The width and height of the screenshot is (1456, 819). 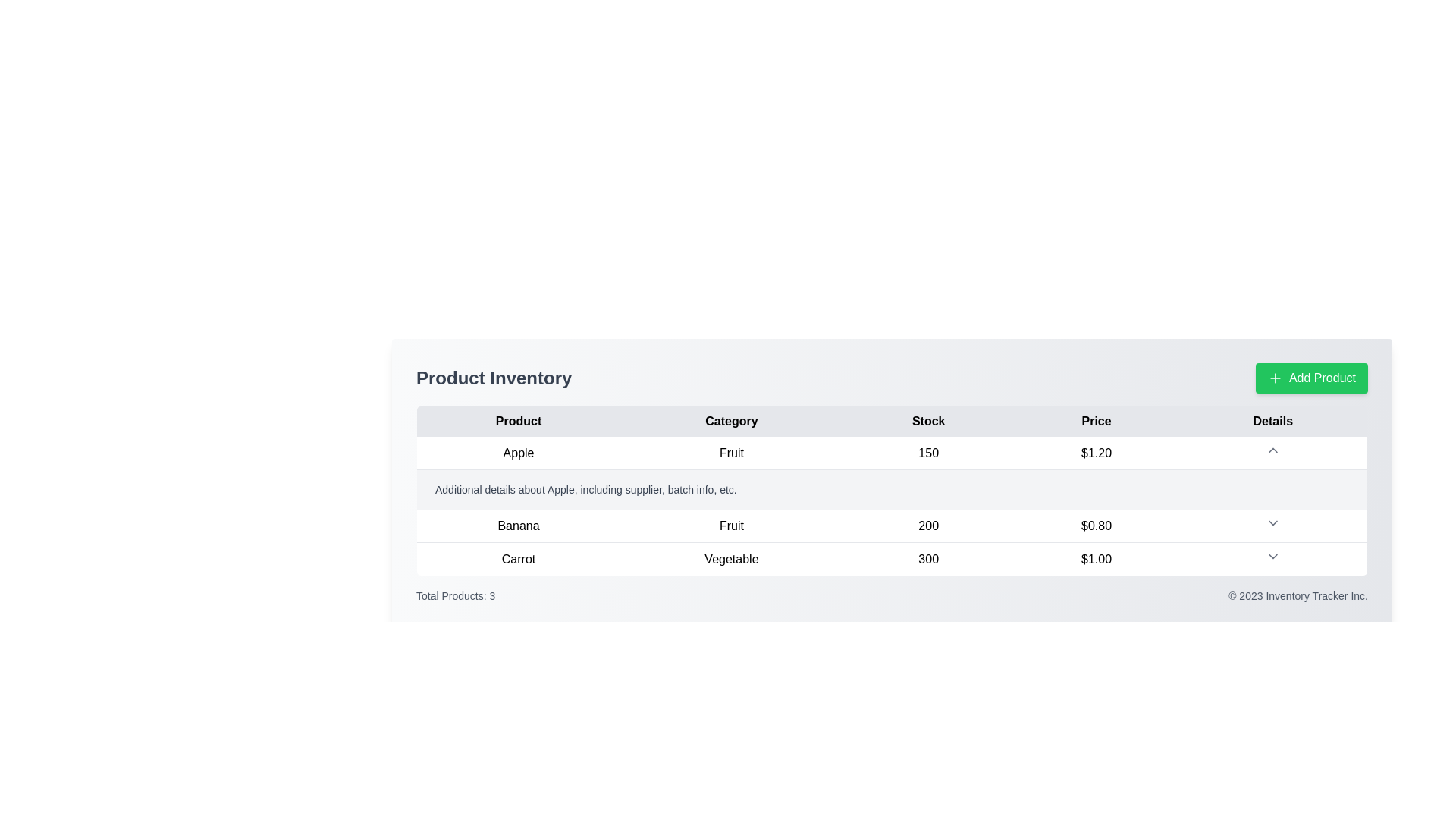 What do you see at coordinates (731, 421) in the screenshot?
I see `the 'Category' header label in the table, which is the second column, located between 'Product' and 'Stock'` at bounding box center [731, 421].